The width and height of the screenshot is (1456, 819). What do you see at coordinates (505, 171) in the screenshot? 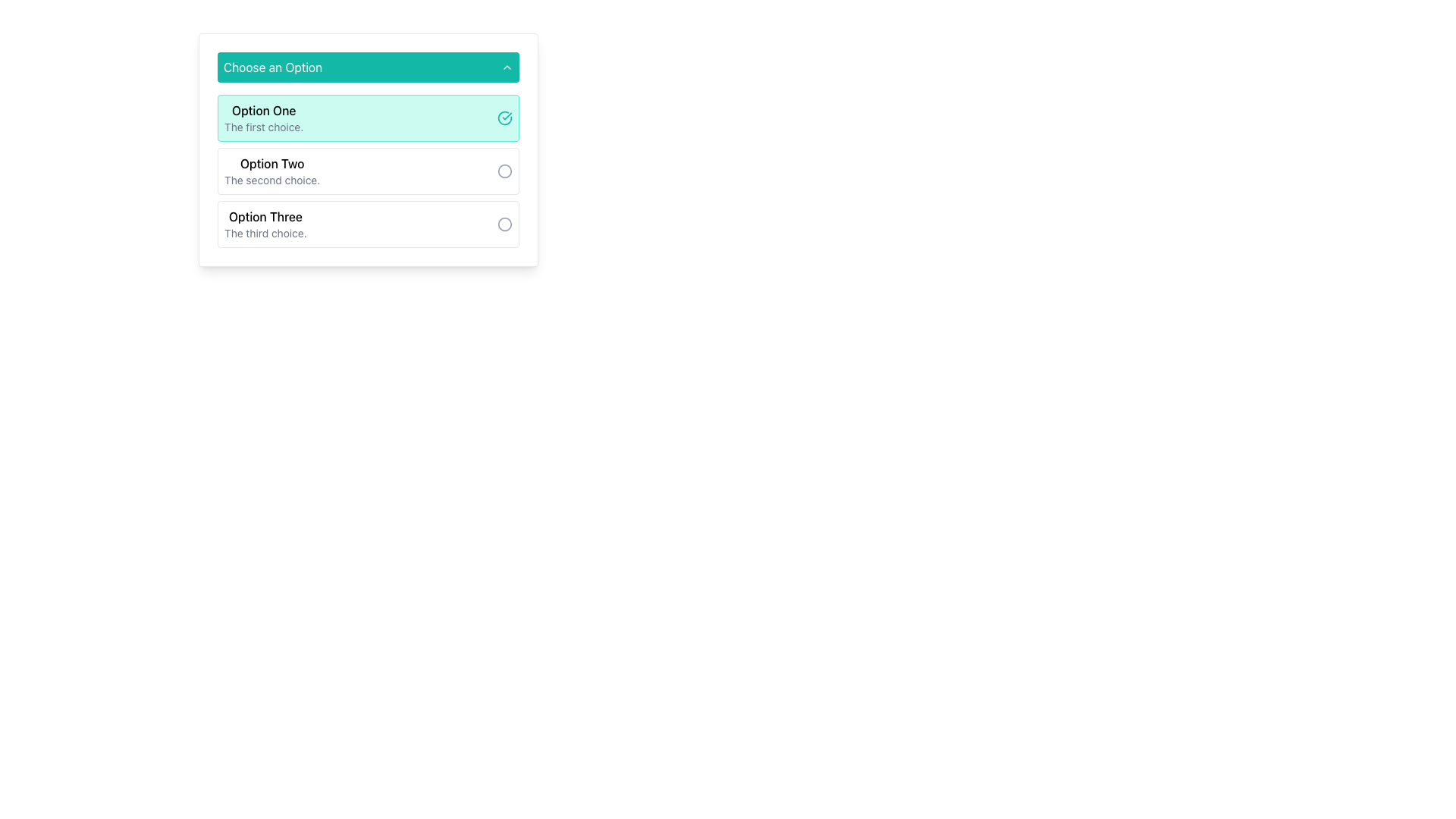
I see `the circular toggle indicator at the rightmost end of the row labeled 'Option Two'` at bounding box center [505, 171].